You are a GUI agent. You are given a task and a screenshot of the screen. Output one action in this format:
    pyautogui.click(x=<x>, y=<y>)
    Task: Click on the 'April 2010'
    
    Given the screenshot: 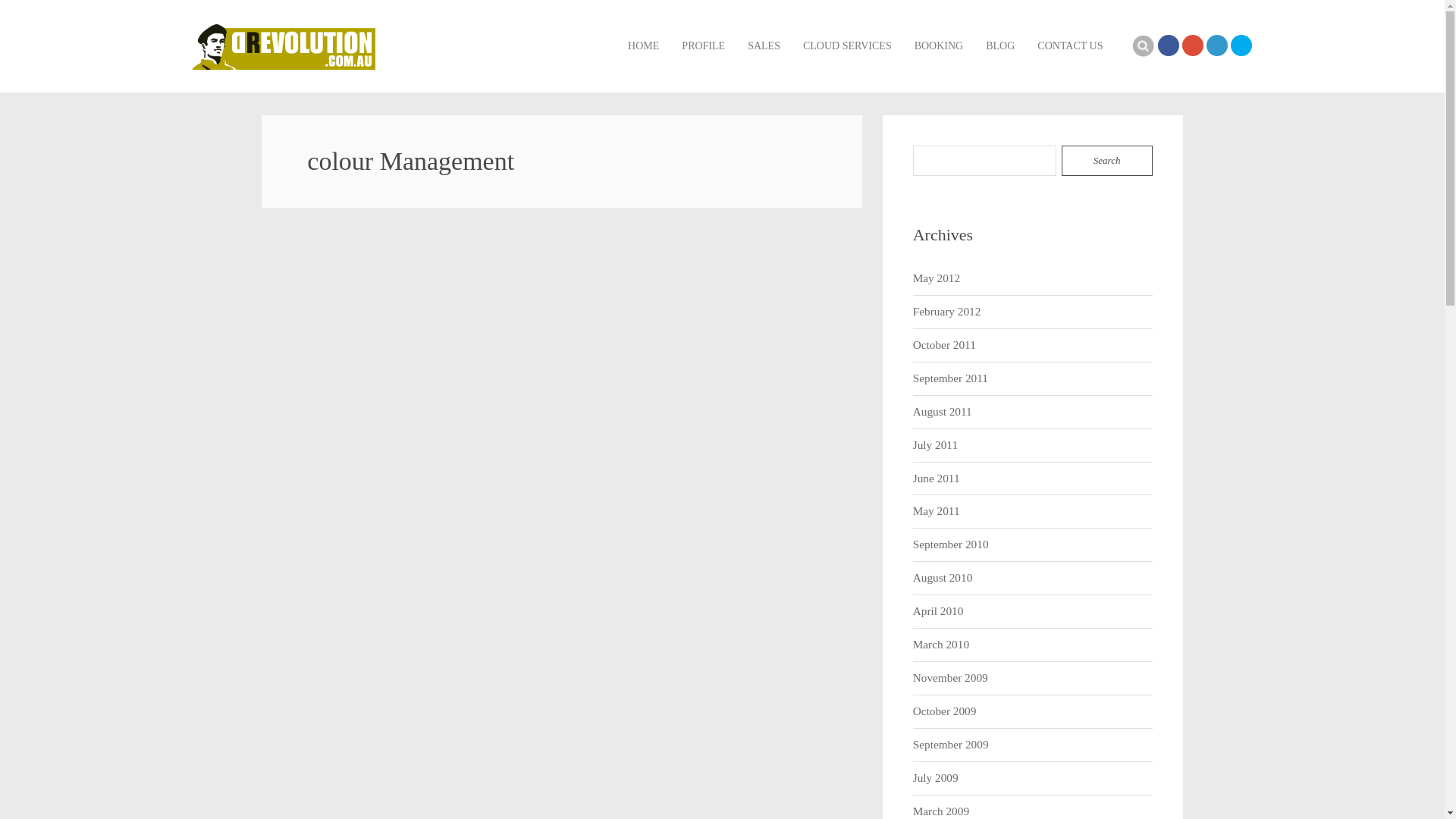 What is the action you would take?
    pyautogui.click(x=937, y=610)
    